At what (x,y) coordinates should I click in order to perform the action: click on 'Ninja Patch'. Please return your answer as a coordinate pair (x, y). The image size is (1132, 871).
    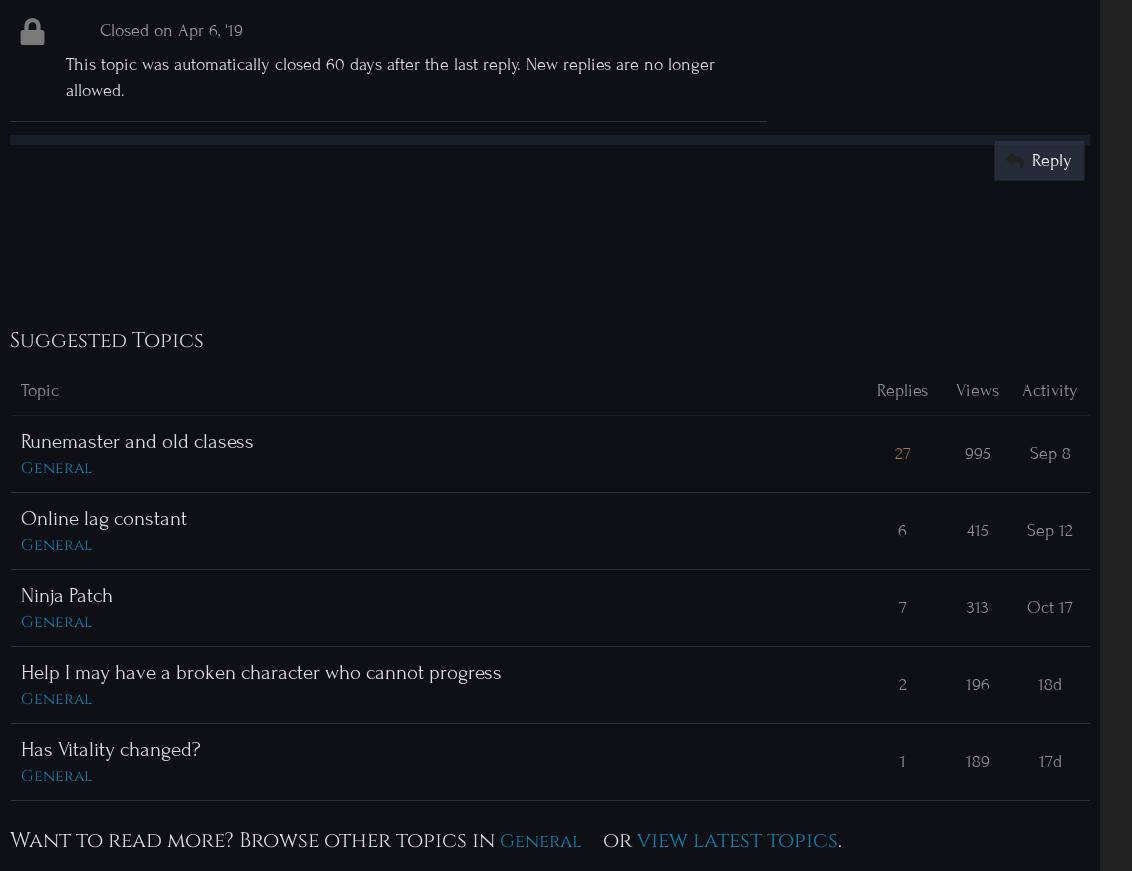
    Looking at the image, I should click on (67, 593).